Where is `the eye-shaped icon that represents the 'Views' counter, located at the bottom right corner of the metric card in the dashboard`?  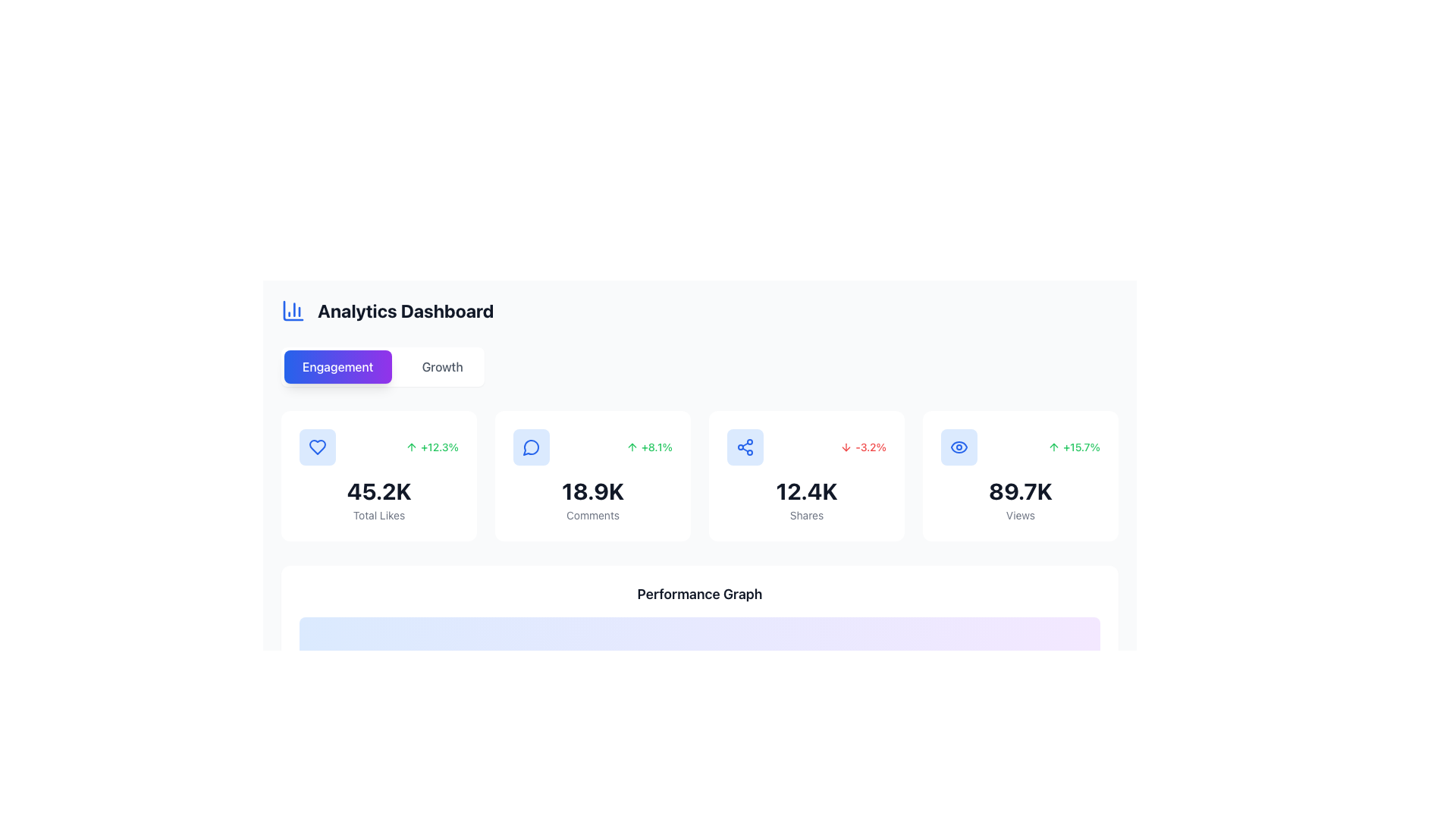
the eye-shaped icon that represents the 'Views' counter, located at the bottom right corner of the metric card in the dashboard is located at coordinates (959, 447).